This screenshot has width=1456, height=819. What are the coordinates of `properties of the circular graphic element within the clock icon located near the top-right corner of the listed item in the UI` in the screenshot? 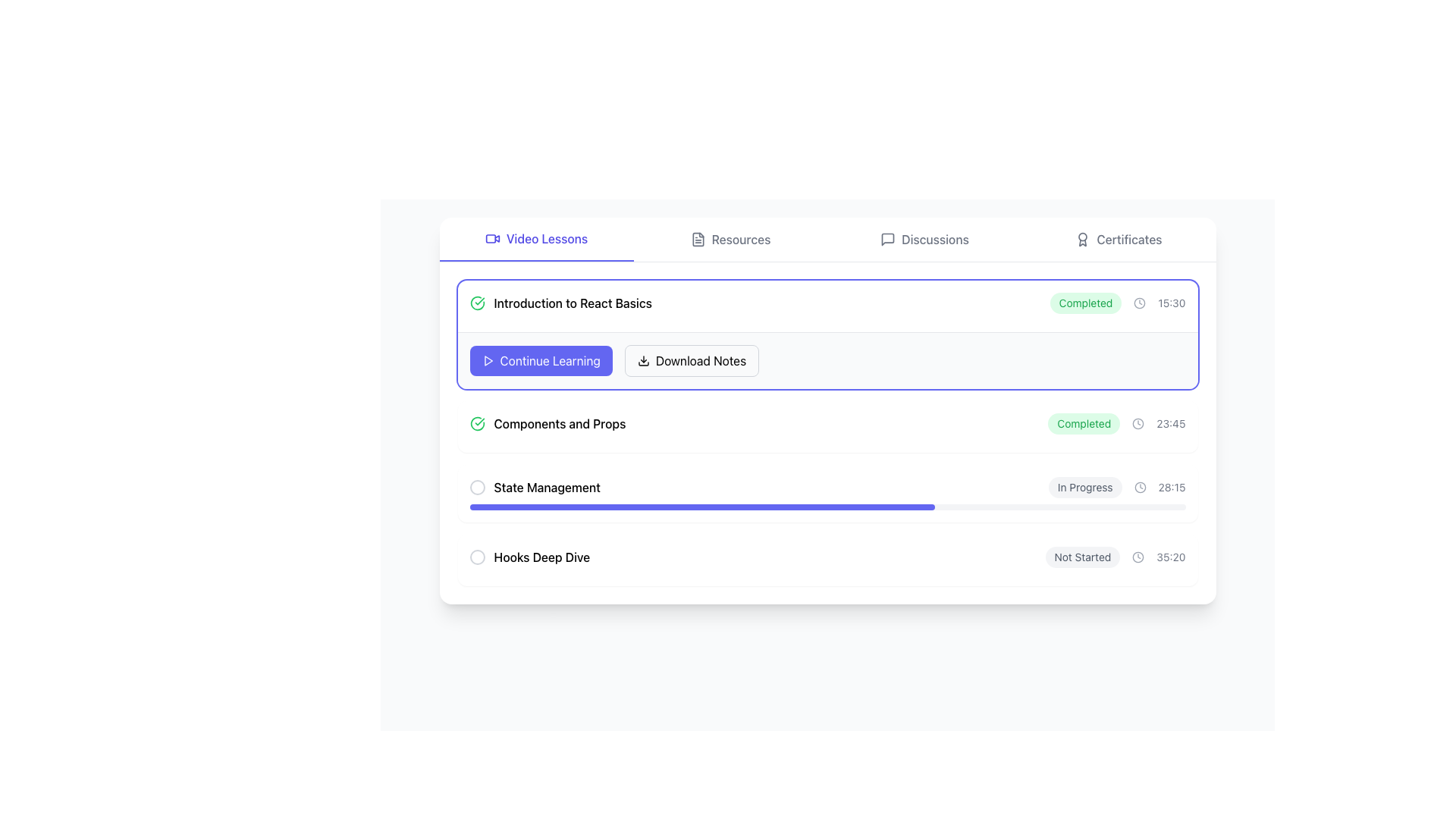 It's located at (1140, 488).